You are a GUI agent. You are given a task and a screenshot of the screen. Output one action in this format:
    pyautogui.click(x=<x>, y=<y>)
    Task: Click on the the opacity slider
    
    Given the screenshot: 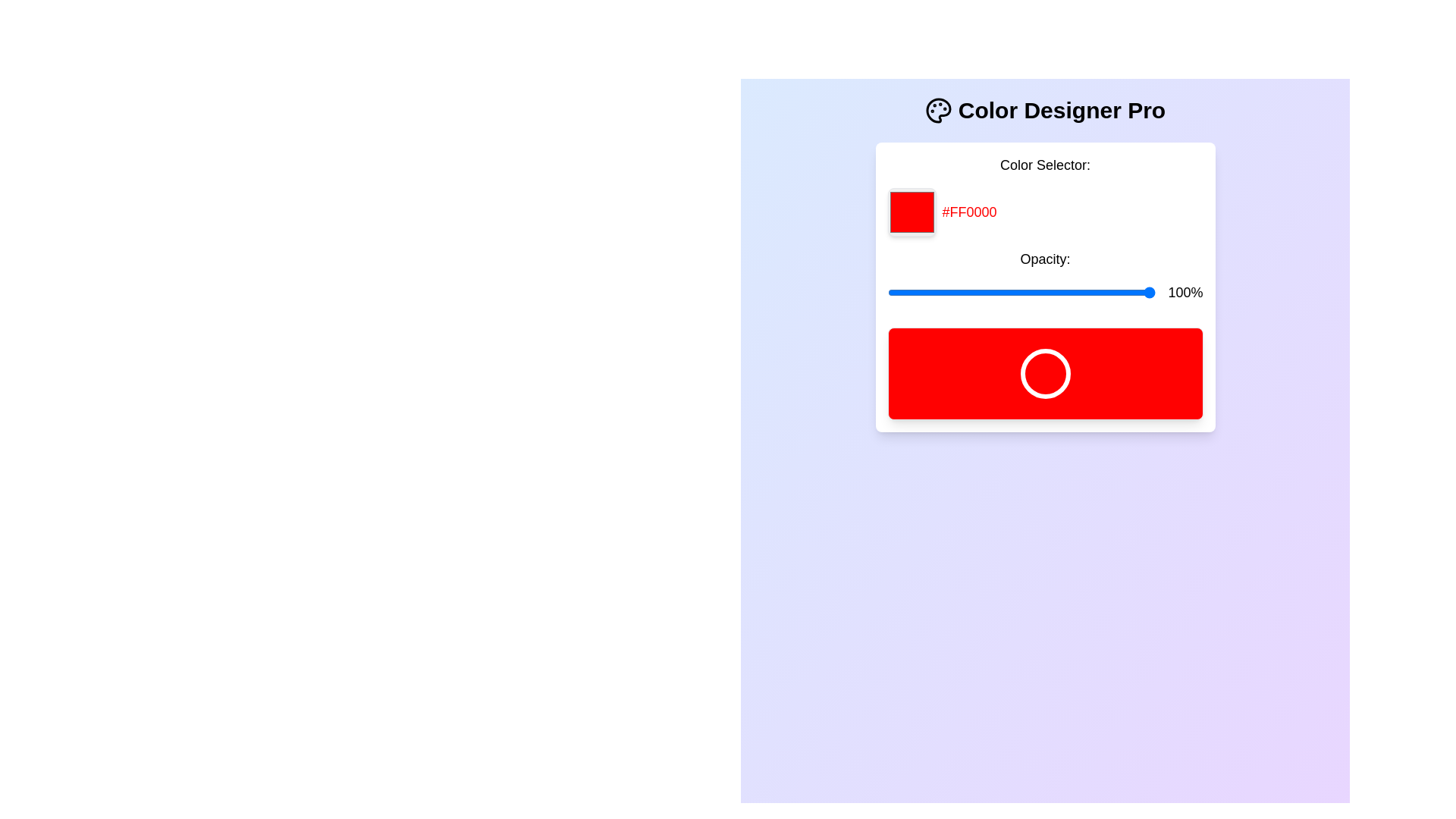 What is the action you would take?
    pyautogui.click(x=971, y=292)
    